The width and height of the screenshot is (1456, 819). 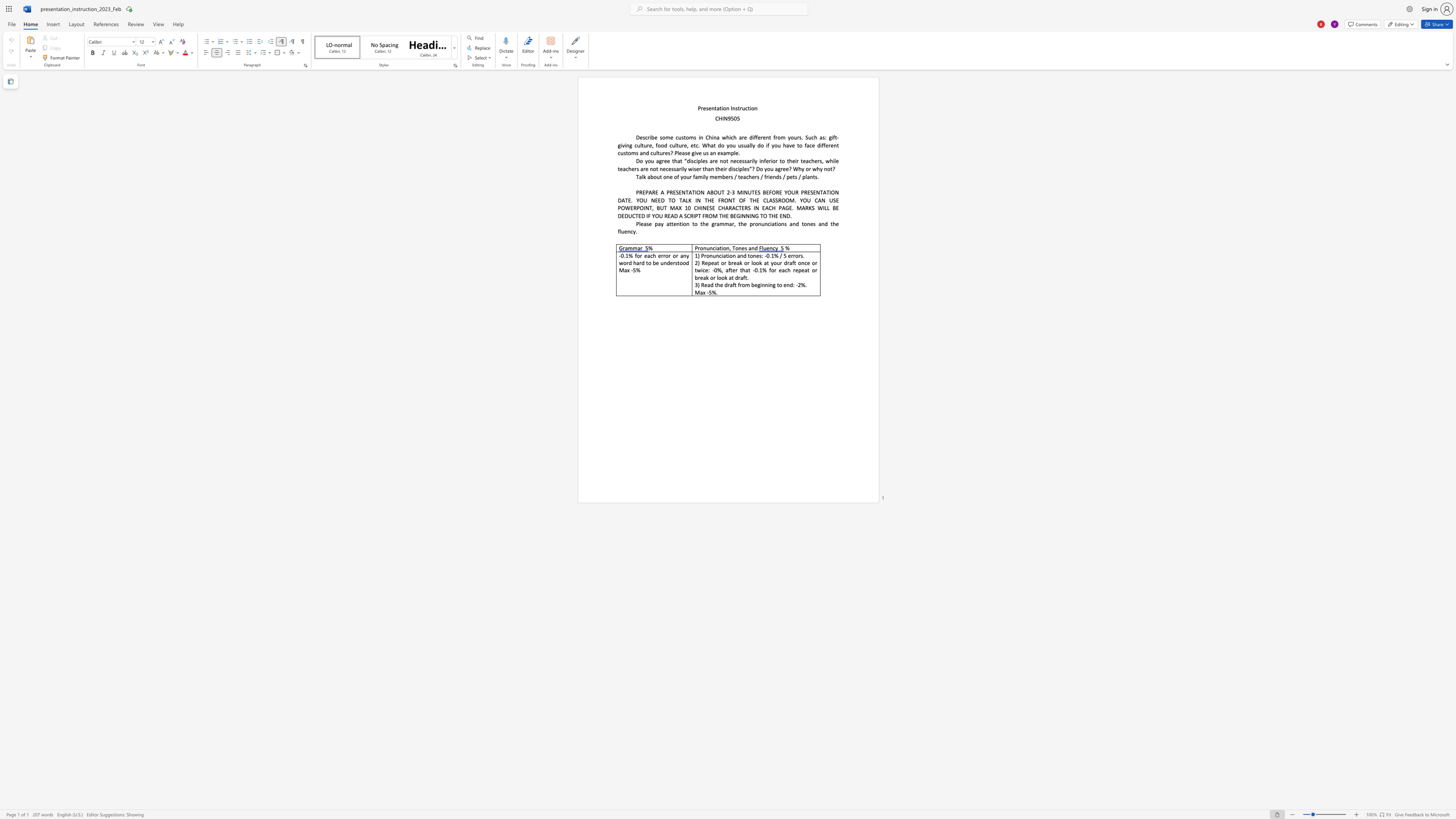 What do you see at coordinates (722, 108) in the screenshot?
I see `the subset text "on Inst" within the text "Presentation Instruction"` at bounding box center [722, 108].